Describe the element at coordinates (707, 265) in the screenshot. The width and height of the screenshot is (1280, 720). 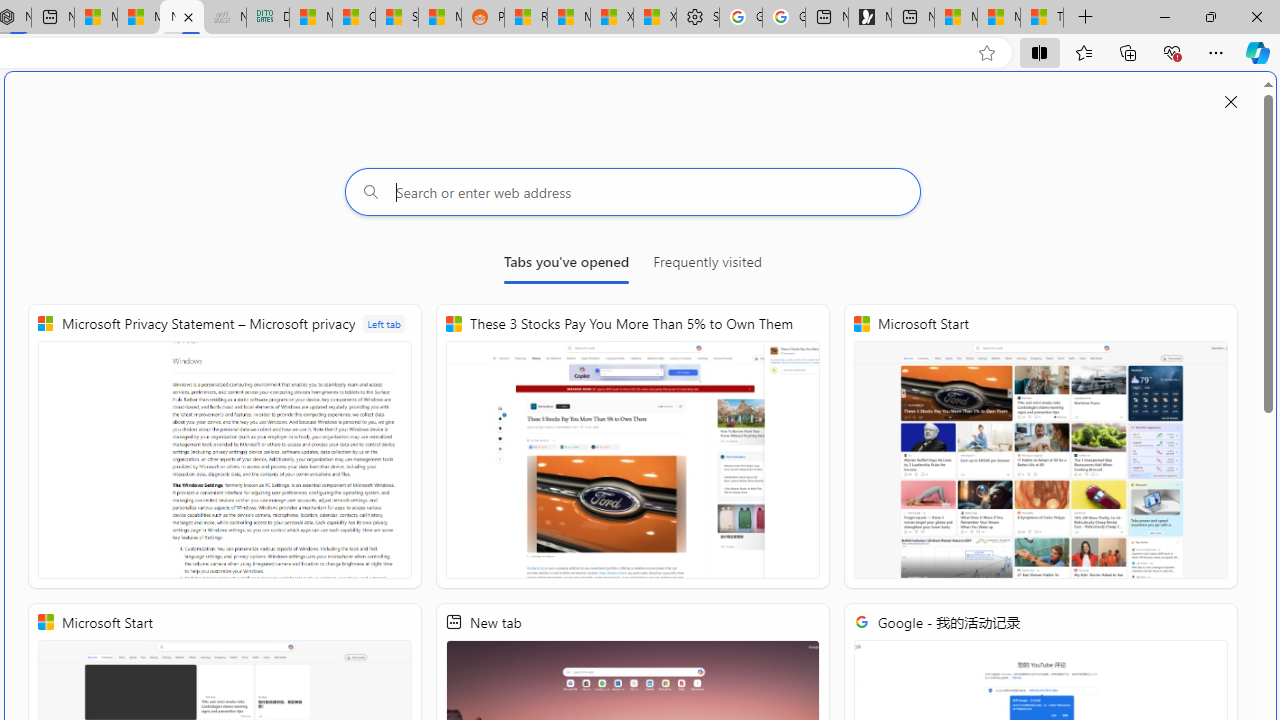
I see `'Frequently visited'` at that location.